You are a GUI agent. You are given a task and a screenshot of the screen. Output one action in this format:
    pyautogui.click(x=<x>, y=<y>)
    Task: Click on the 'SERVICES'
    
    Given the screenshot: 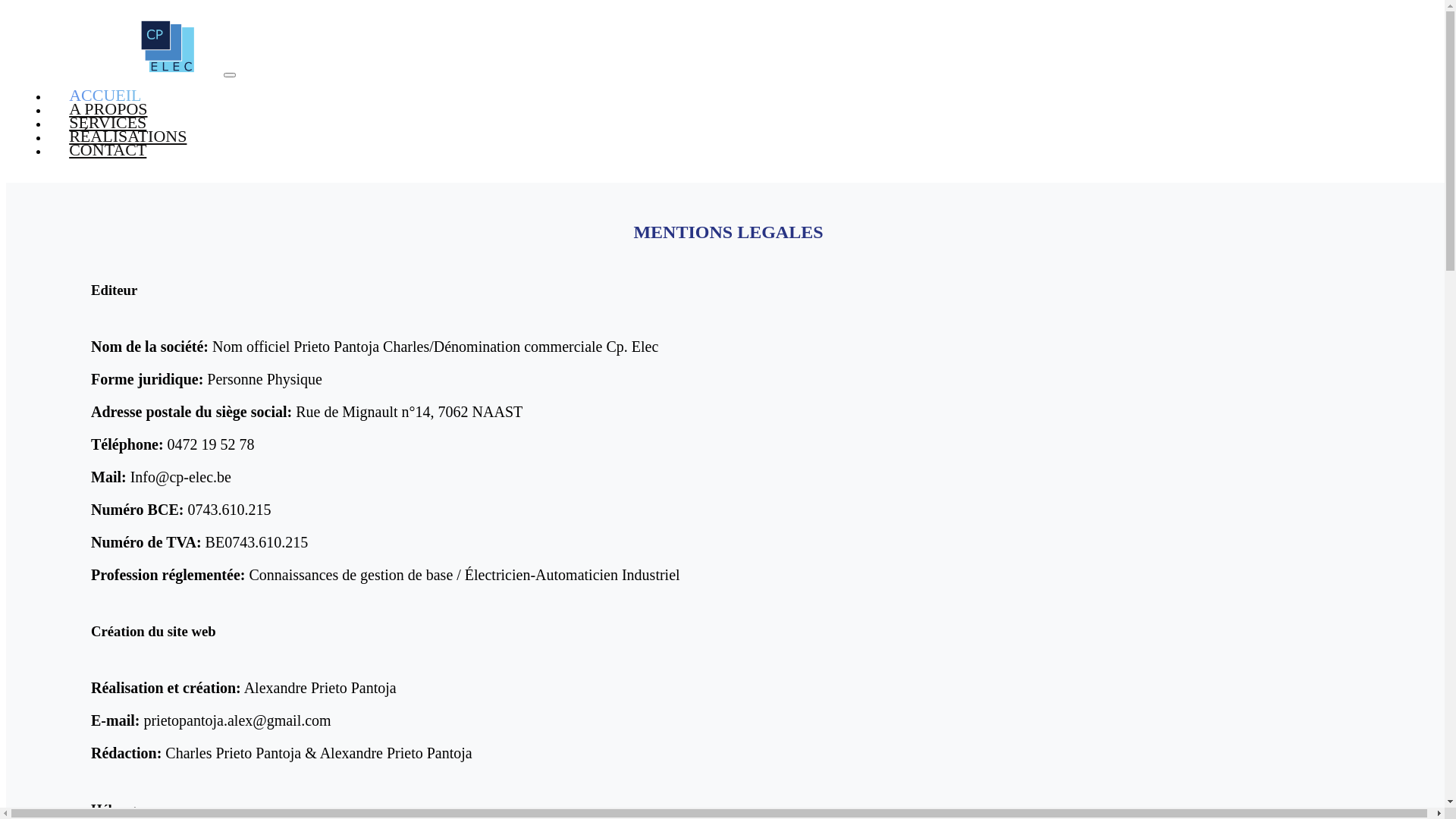 What is the action you would take?
    pyautogui.click(x=48, y=121)
    